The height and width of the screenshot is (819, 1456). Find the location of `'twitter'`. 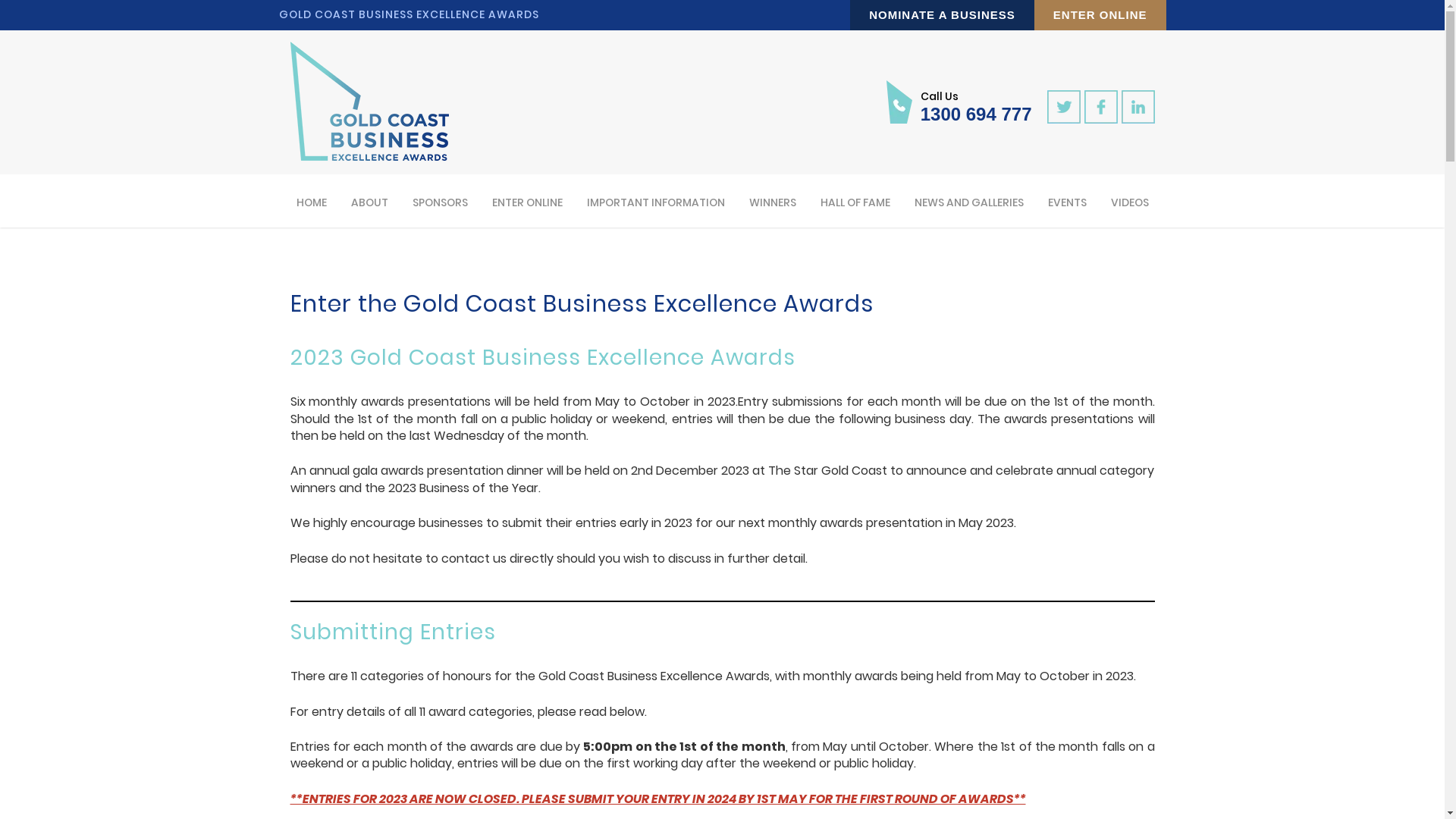

'twitter' is located at coordinates (1062, 106).